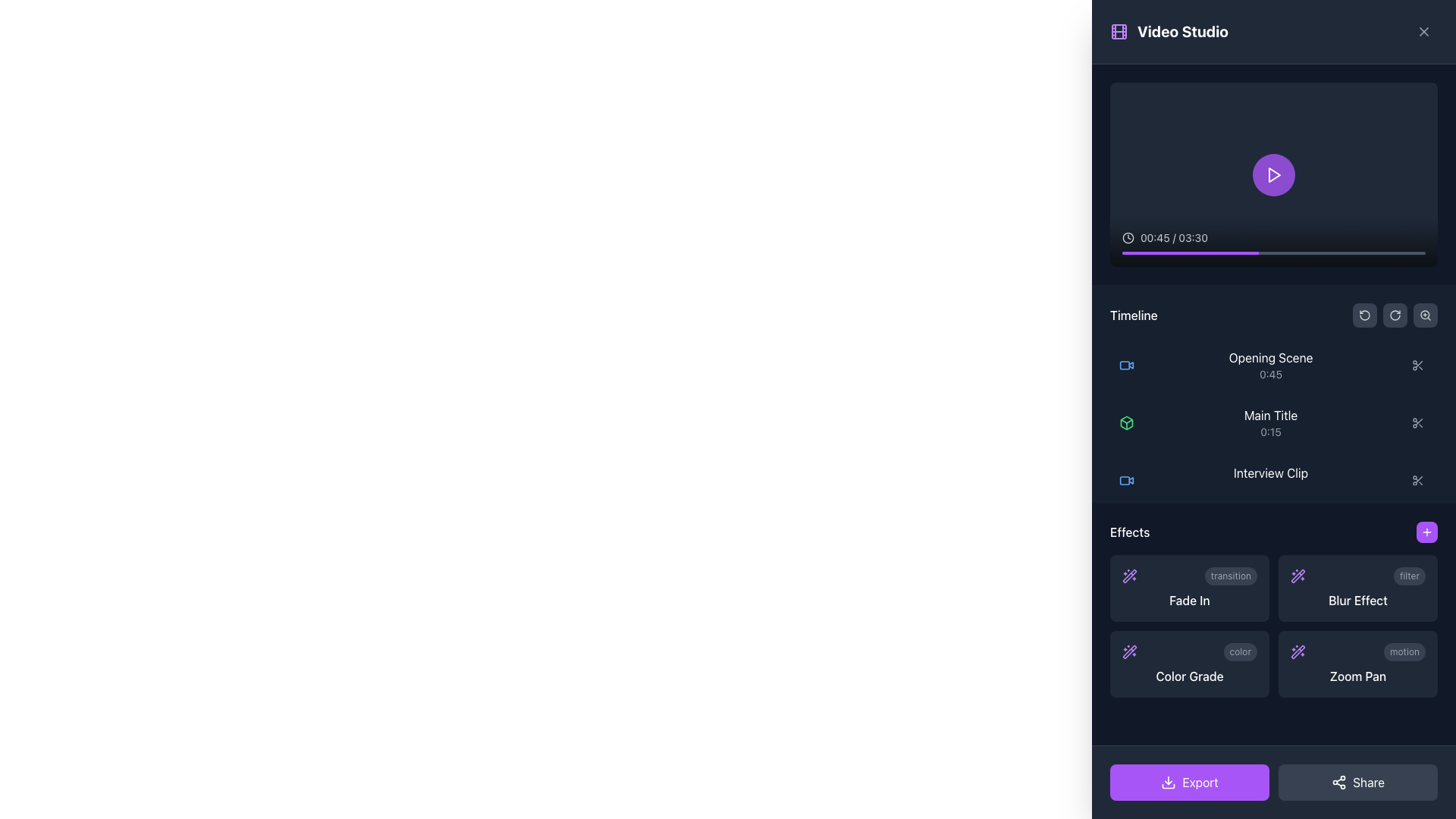 This screenshot has width=1456, height=819. Describe the element at coordinates (1168, 786) in the screenshot. I see `the bottom rectangle-shaped component of the download button icon, located in the bottom-right corner of the interface` at that location.